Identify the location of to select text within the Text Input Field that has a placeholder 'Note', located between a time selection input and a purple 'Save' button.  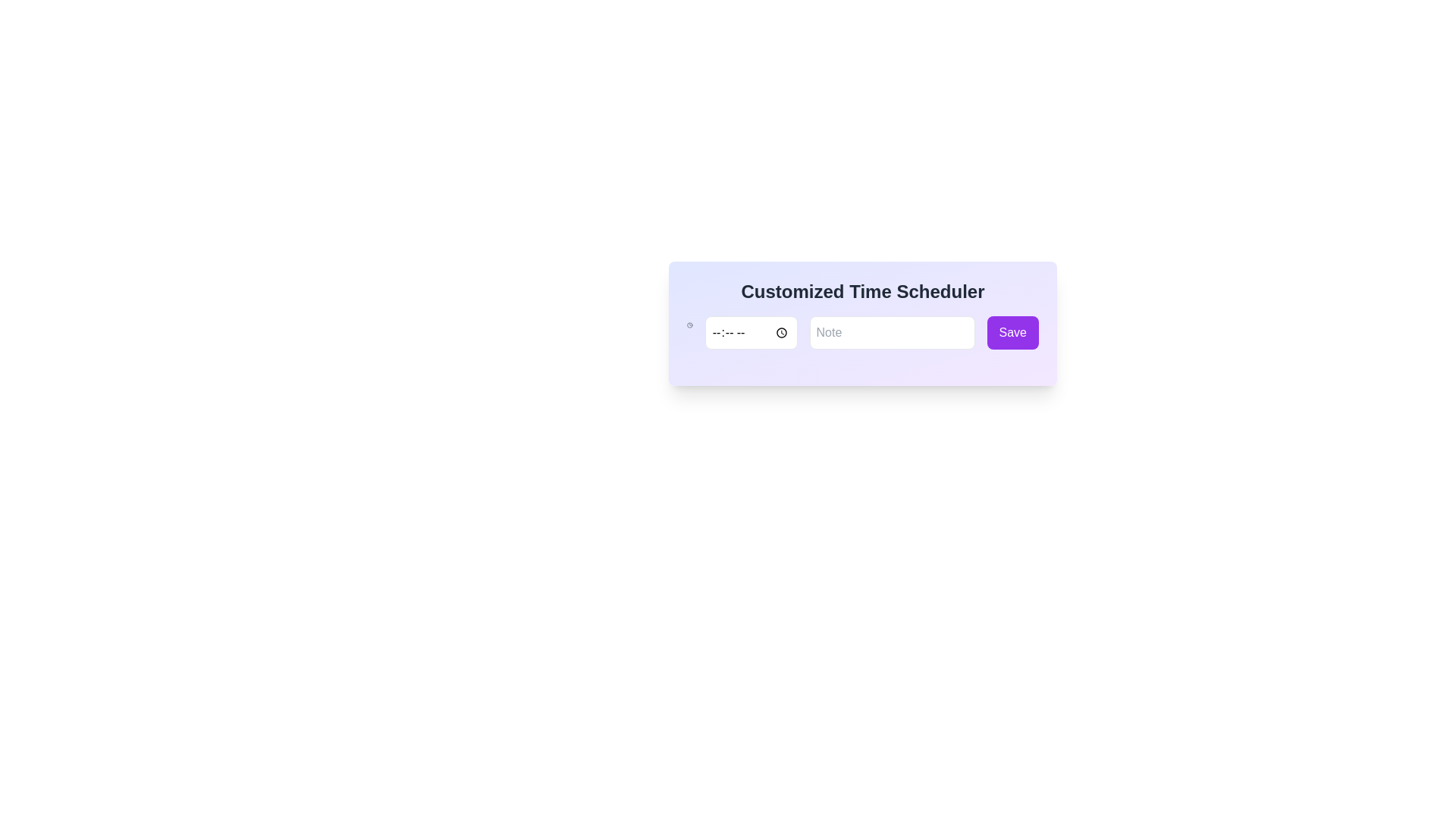
(892, 332).